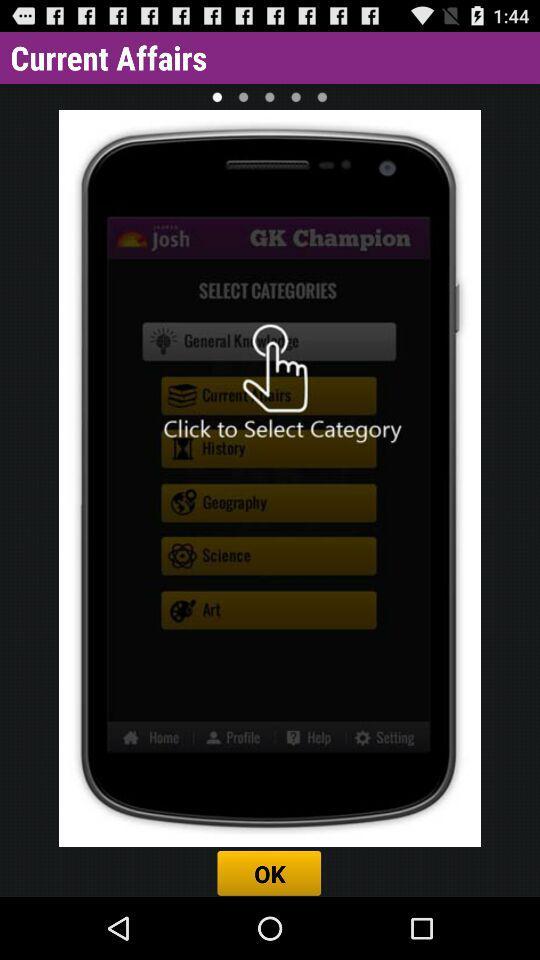 Image resolution: width=540 pixels, height=960 pixels. Describe the element at coordinates (270, 872) in the screenshot. I see `the ok item` at that location.